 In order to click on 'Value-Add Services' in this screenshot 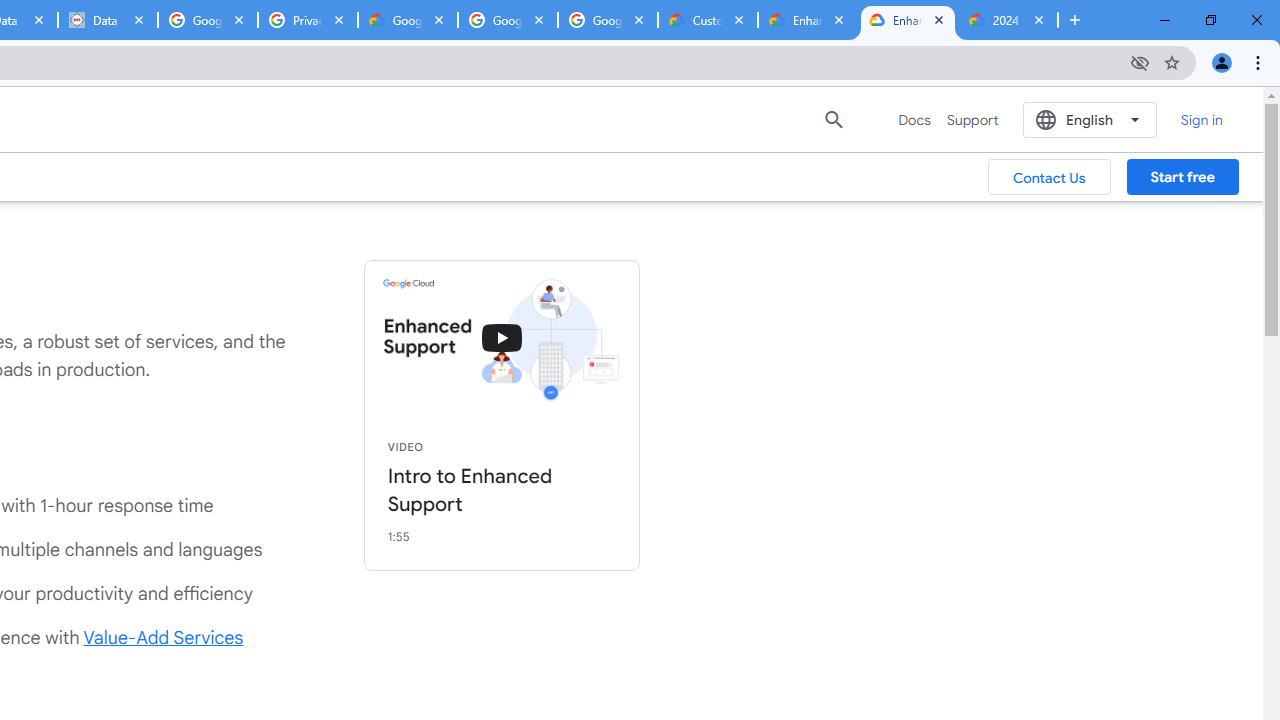, I will do `click(163, 637)`.